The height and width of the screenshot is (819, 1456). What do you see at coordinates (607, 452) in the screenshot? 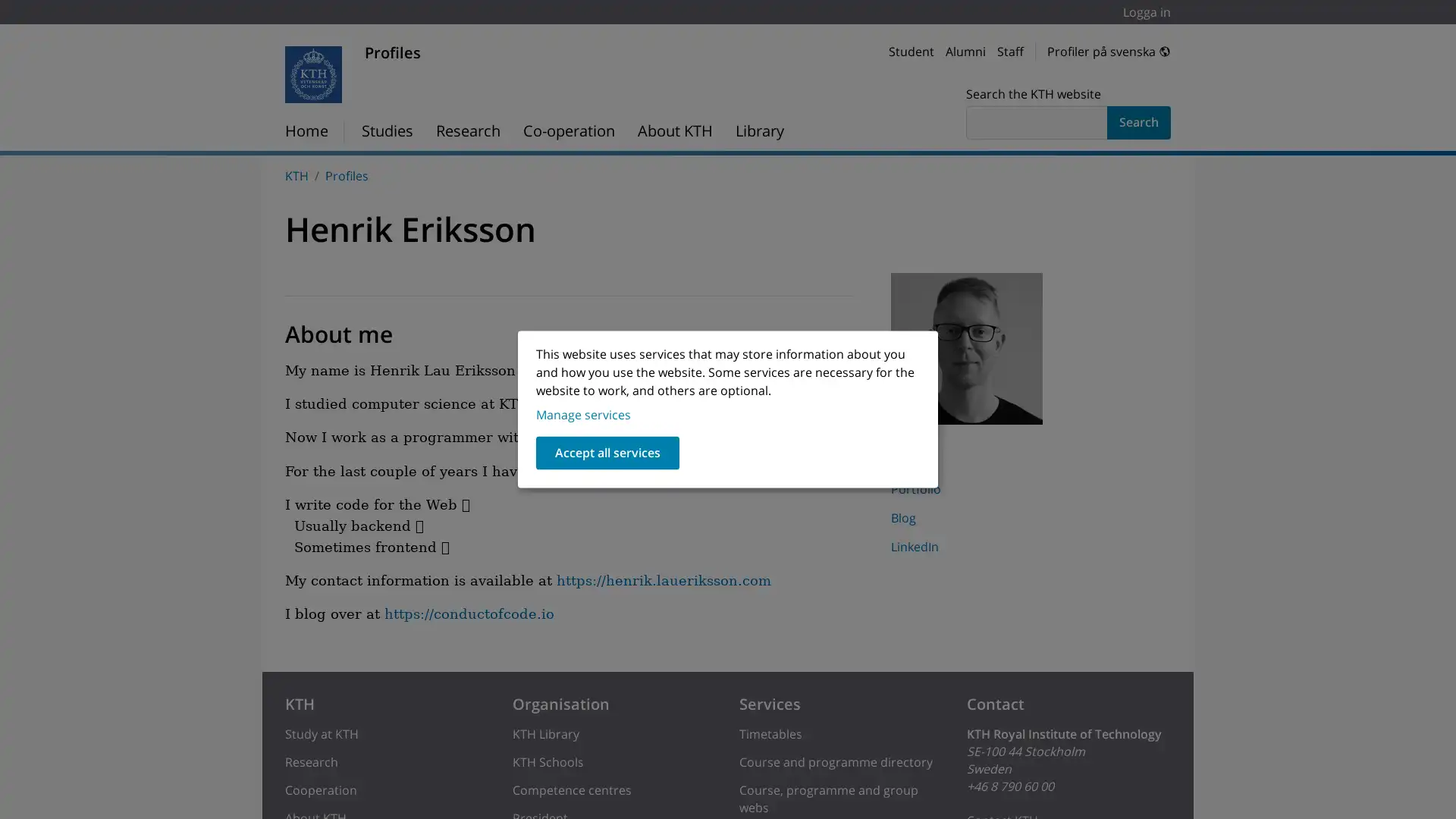
I see `Accept all services` at bounding box center [607, 452].